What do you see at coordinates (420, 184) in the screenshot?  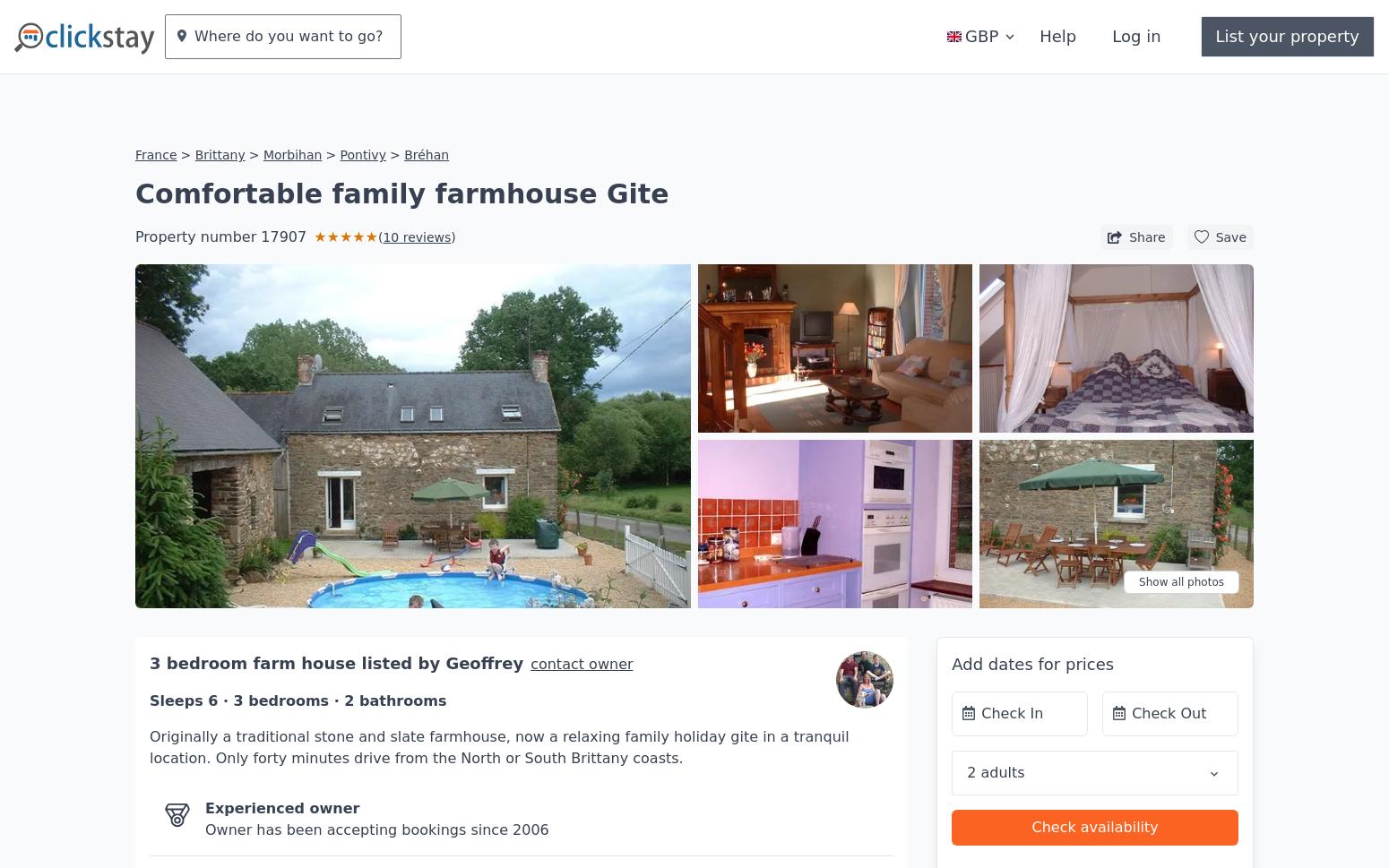 I see `'review'` at bounding box center [420, 184].